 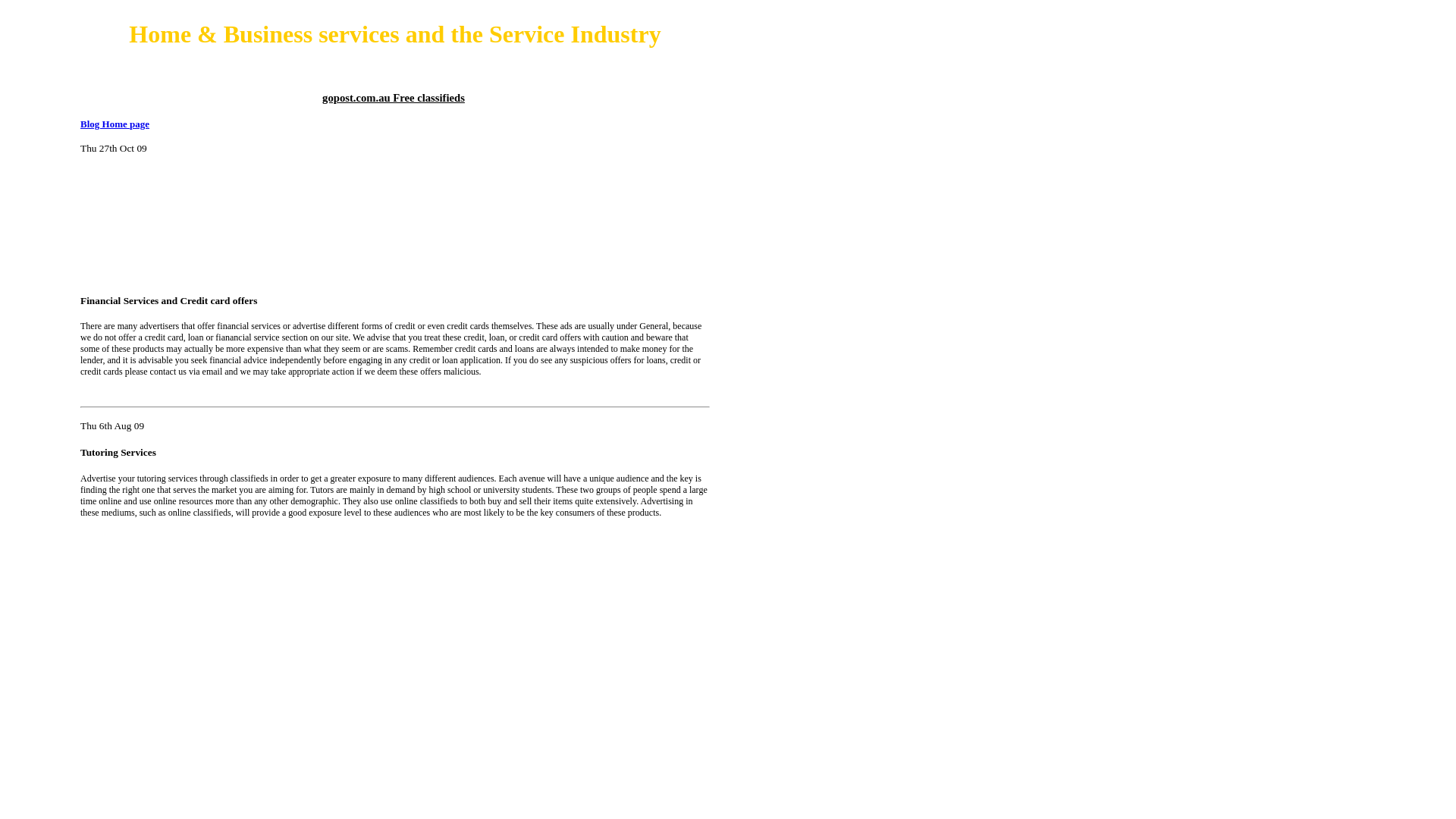 I want to click on 'gopost.com.au Free classifieds', so click(x=393, y=97).